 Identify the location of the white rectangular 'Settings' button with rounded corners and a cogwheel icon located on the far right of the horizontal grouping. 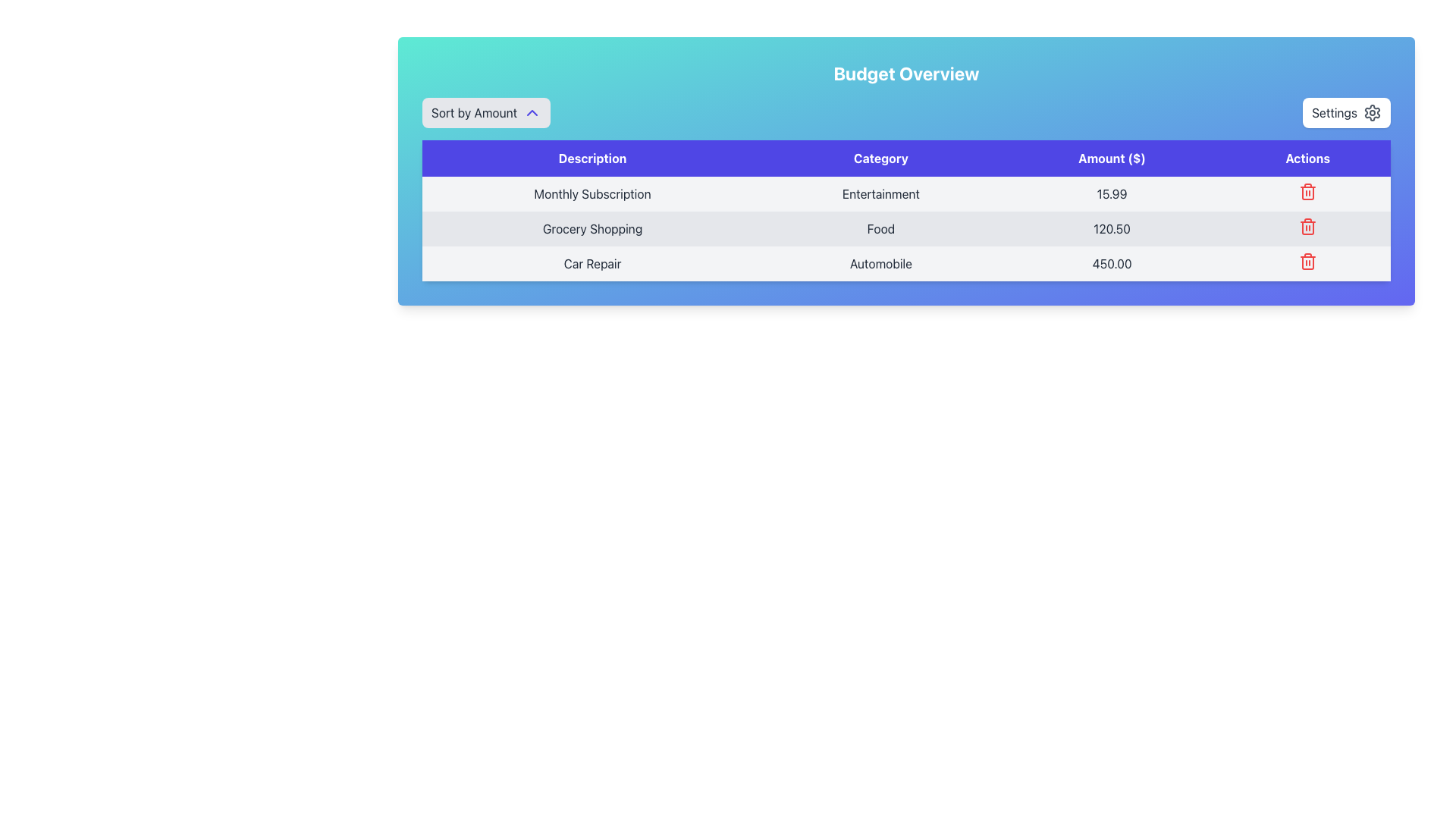
(1347, 112).